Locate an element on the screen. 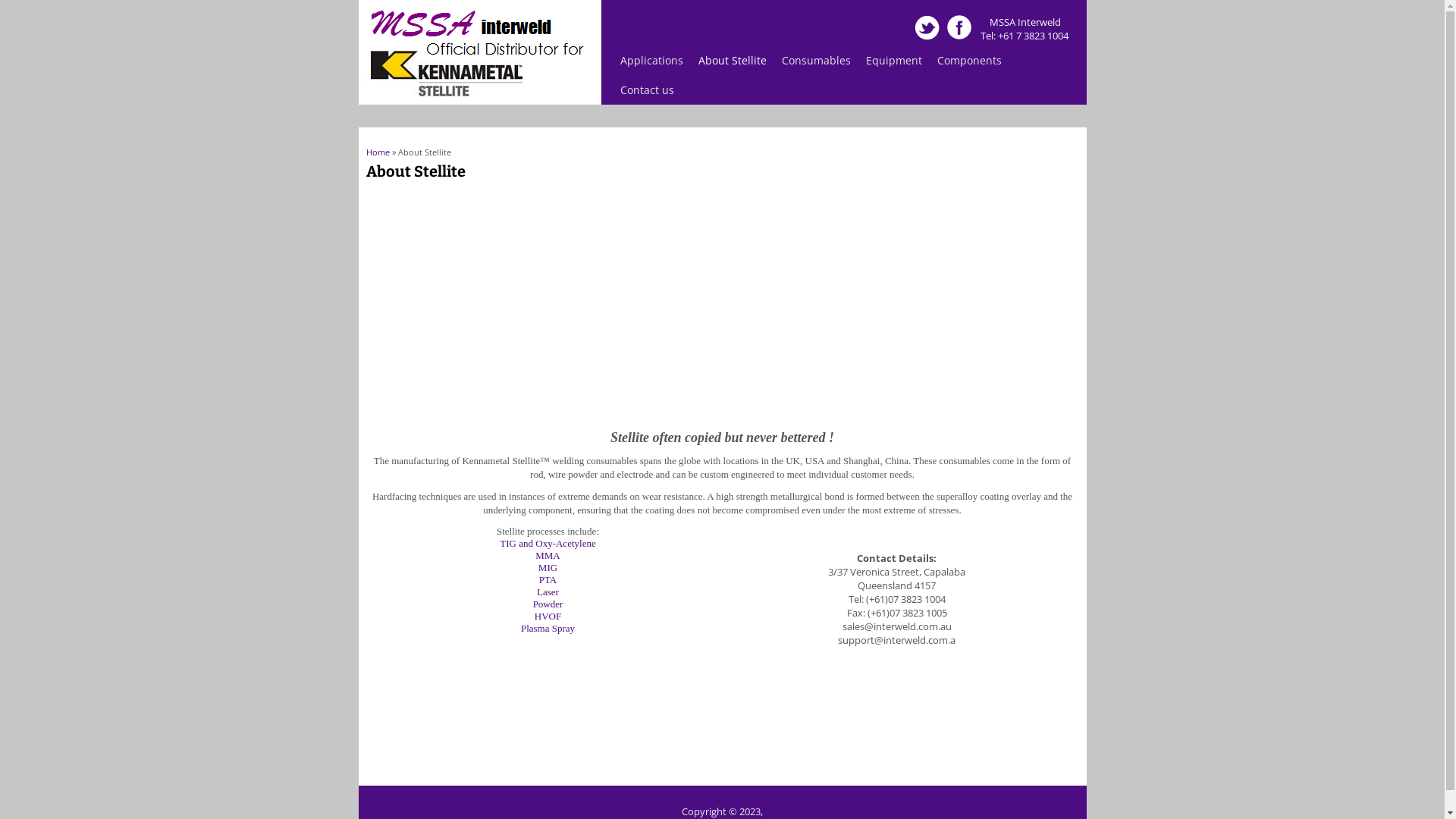 Image resolution: width=1456 pixels, height=819 pixels. 'TIG and Oxy-Acetylene' is located at coordinates (546, 542).